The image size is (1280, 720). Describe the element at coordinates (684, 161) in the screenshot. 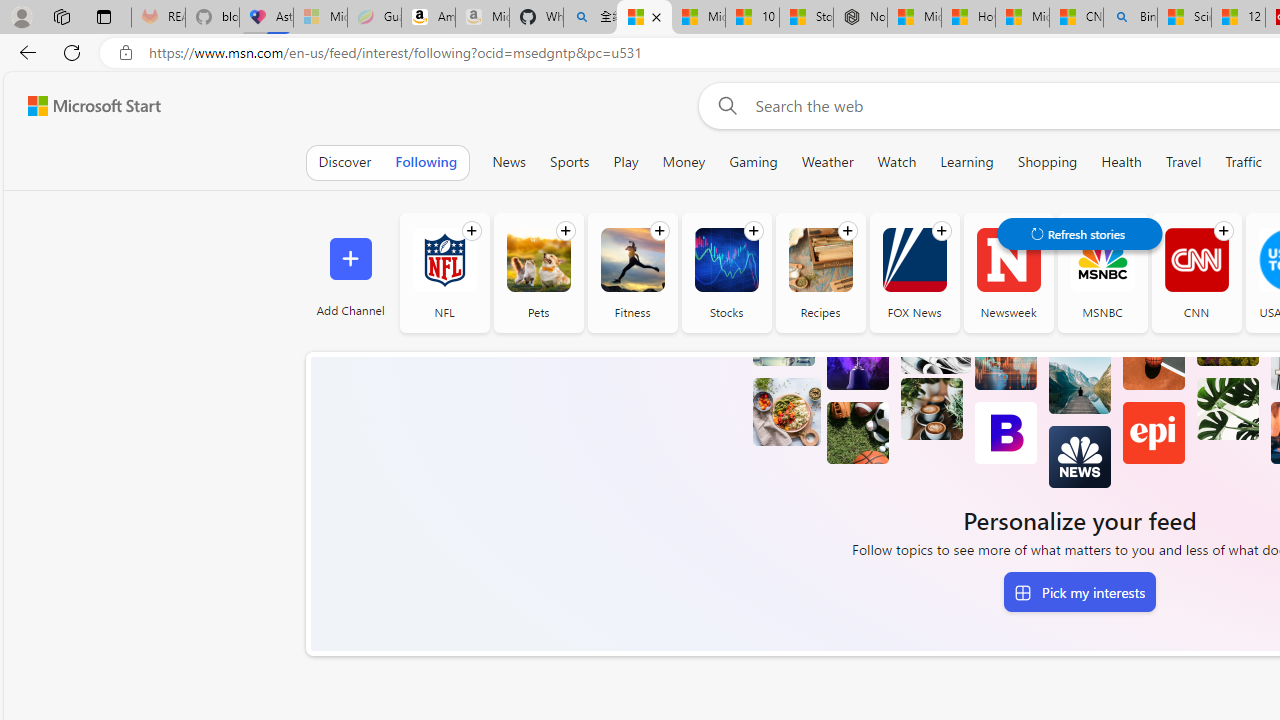

I see `'Money'` at that location.